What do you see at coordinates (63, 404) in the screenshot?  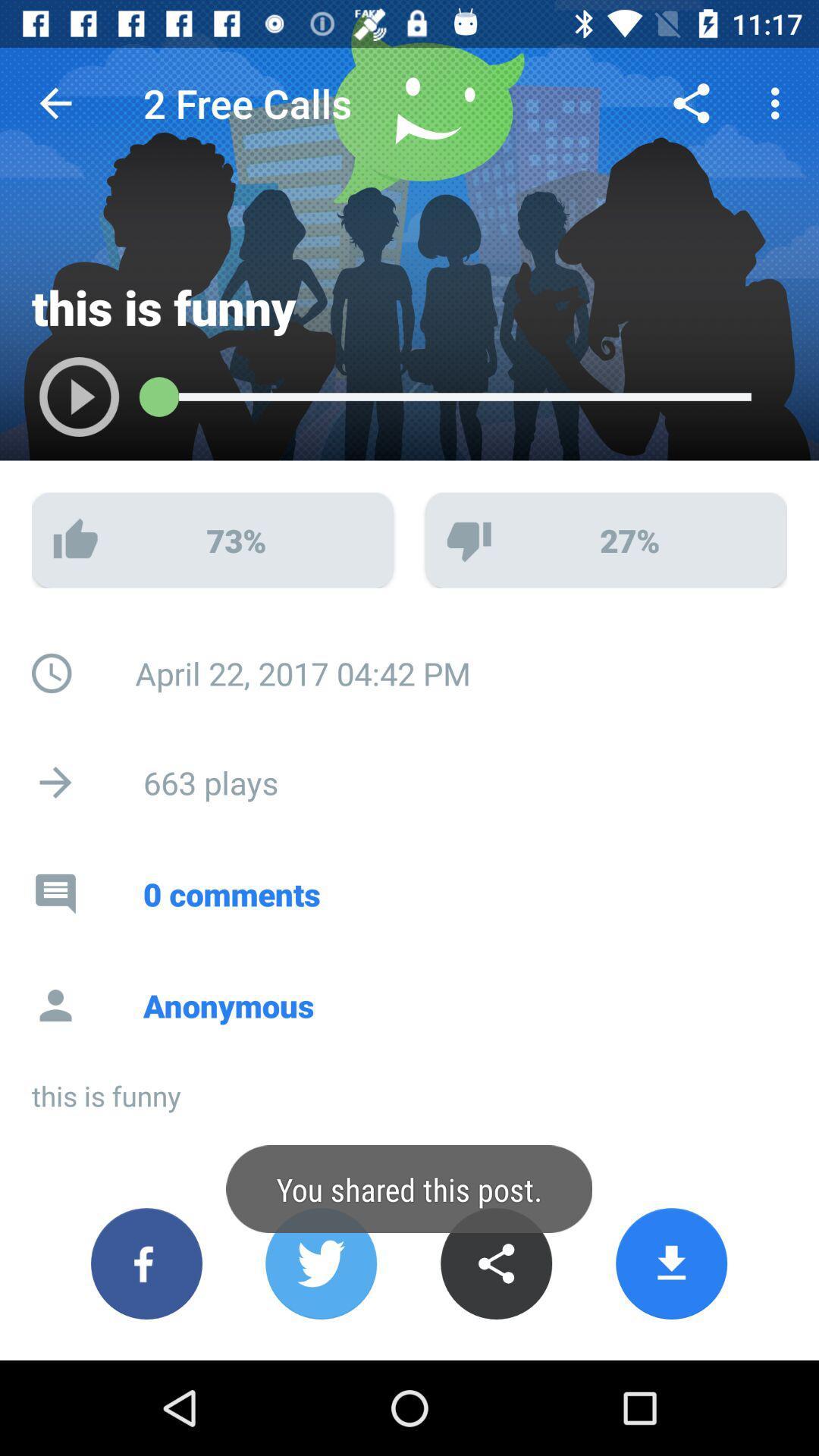 I see `song` at bounding box center [63, 404].